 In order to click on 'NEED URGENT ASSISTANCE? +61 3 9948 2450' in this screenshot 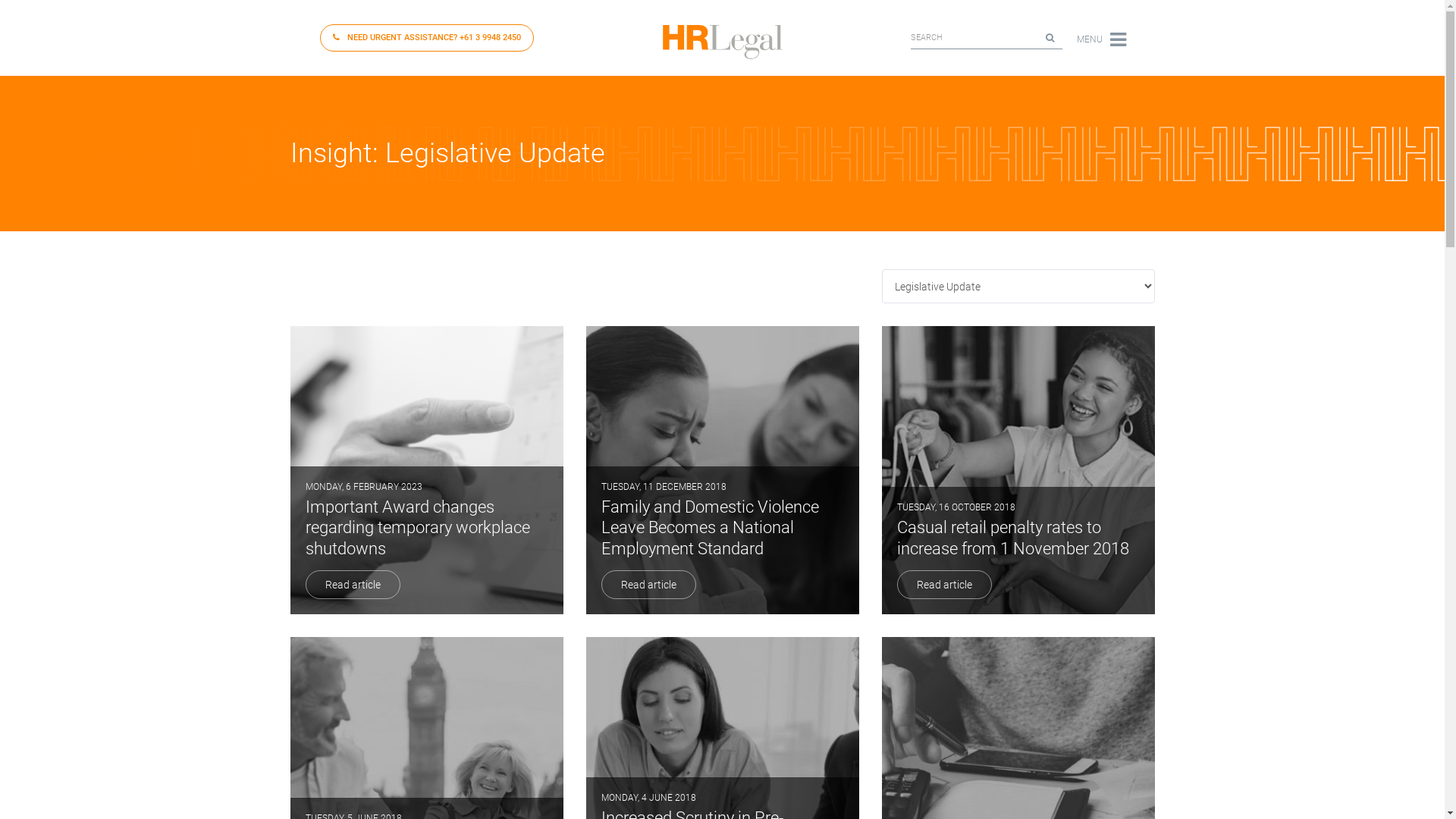, I will do `click(425, 37)`.